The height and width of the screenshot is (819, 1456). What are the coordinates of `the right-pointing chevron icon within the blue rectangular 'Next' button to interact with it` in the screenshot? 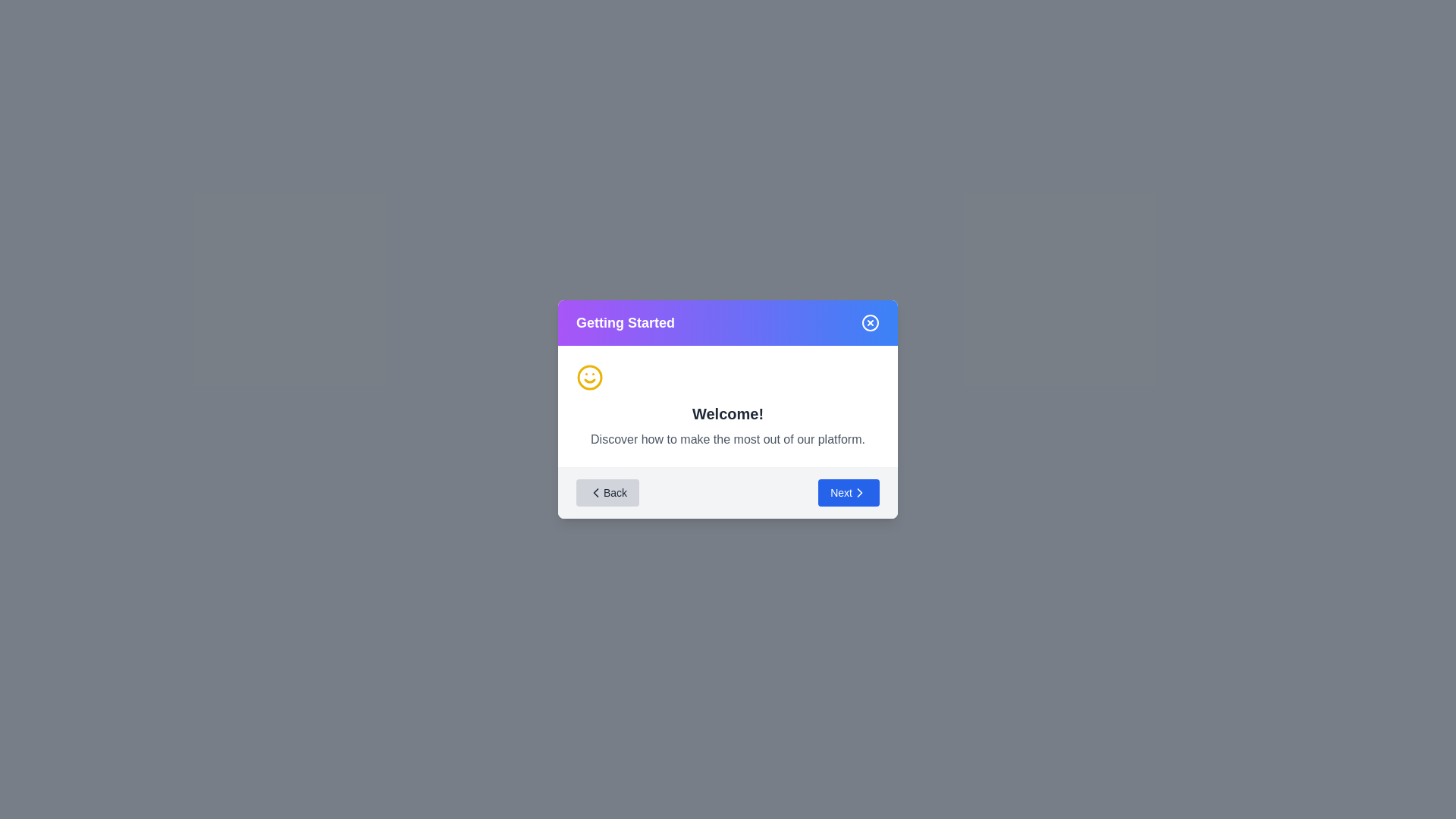 It's located at (859, 493).